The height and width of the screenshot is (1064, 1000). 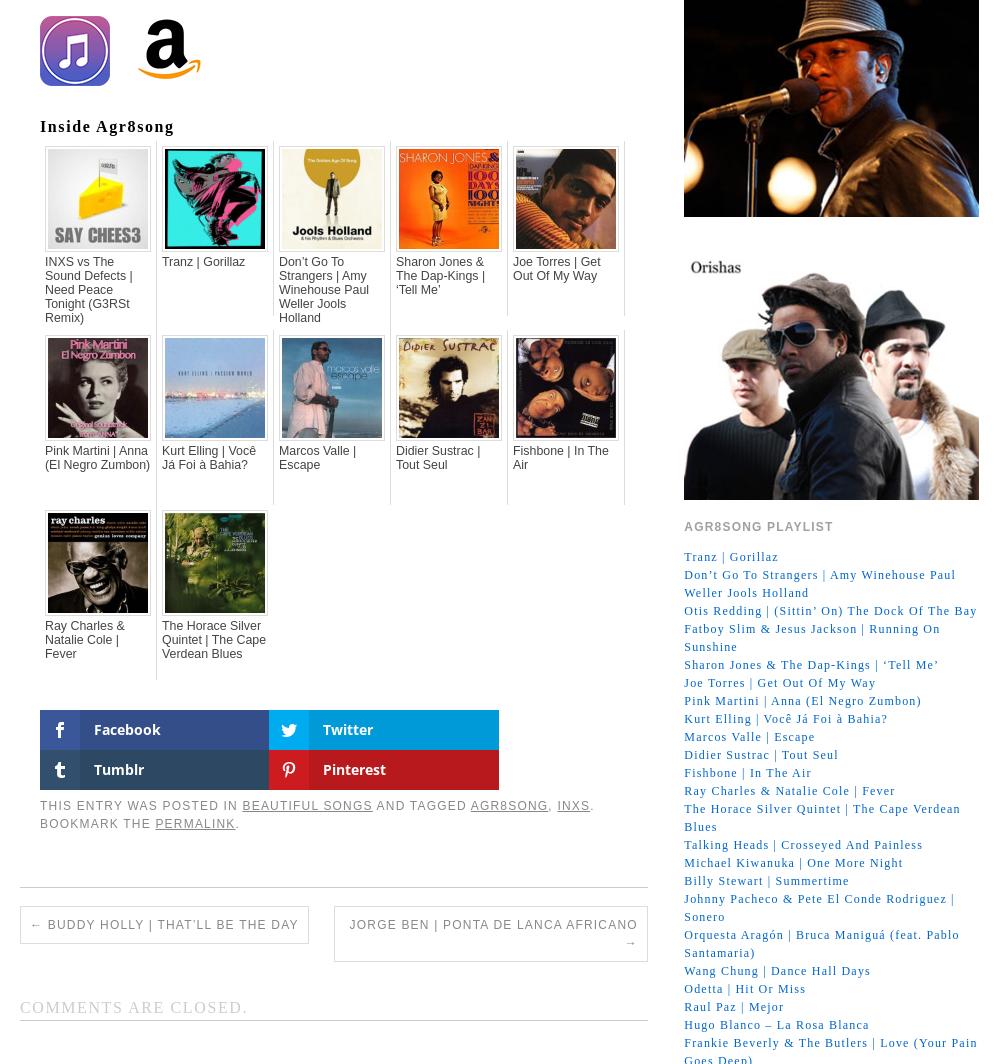 What do you see at coordinates (509, 725) in the screenshot?
I see `'Agr8song'` at bounding box center [509, 725].